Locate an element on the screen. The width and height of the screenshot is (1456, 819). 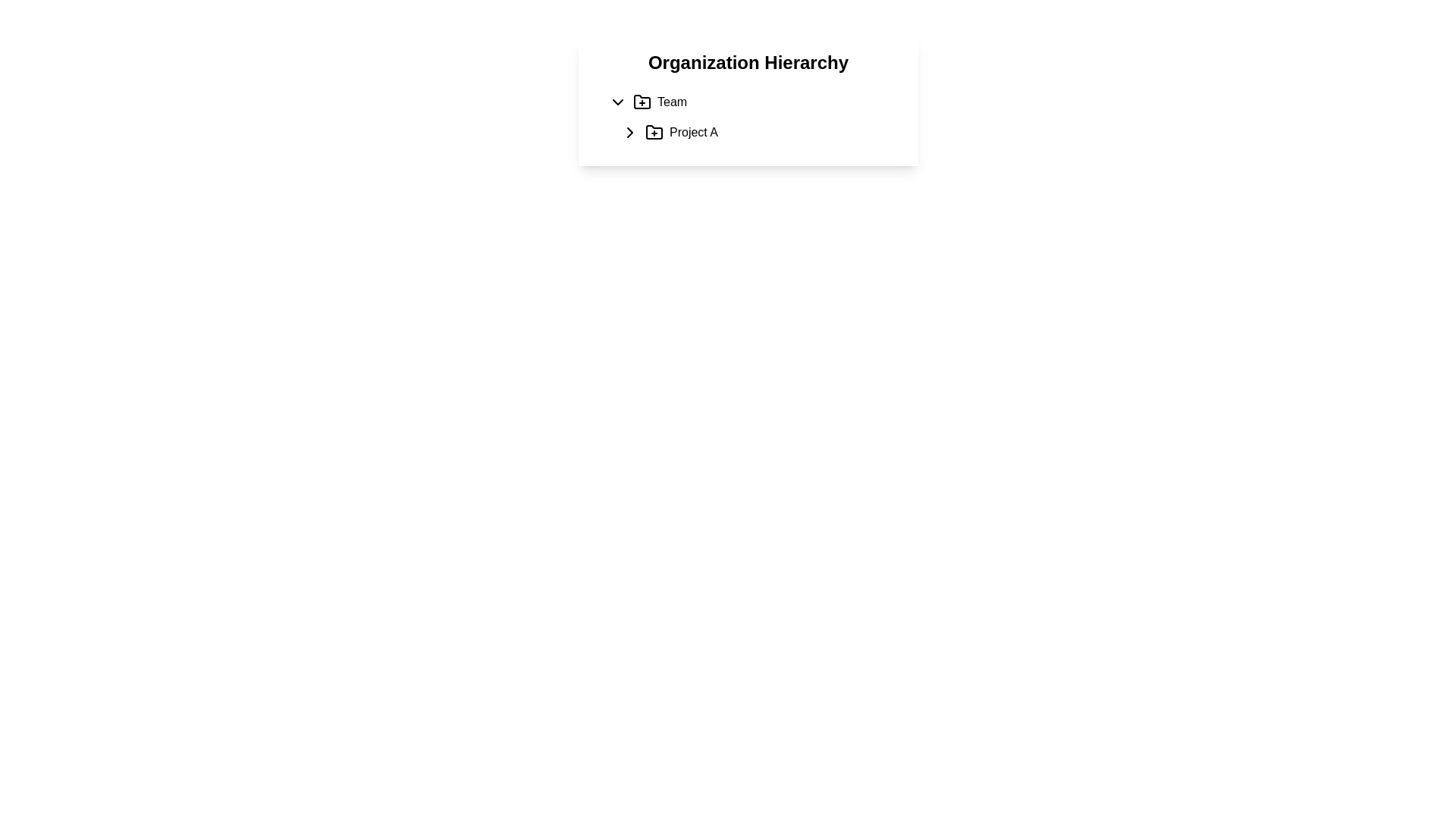
the downward-pointing chevron icon button, which is styled with a black outline and located to the left of the 'Team' text label is located at coordinates (618, 102).